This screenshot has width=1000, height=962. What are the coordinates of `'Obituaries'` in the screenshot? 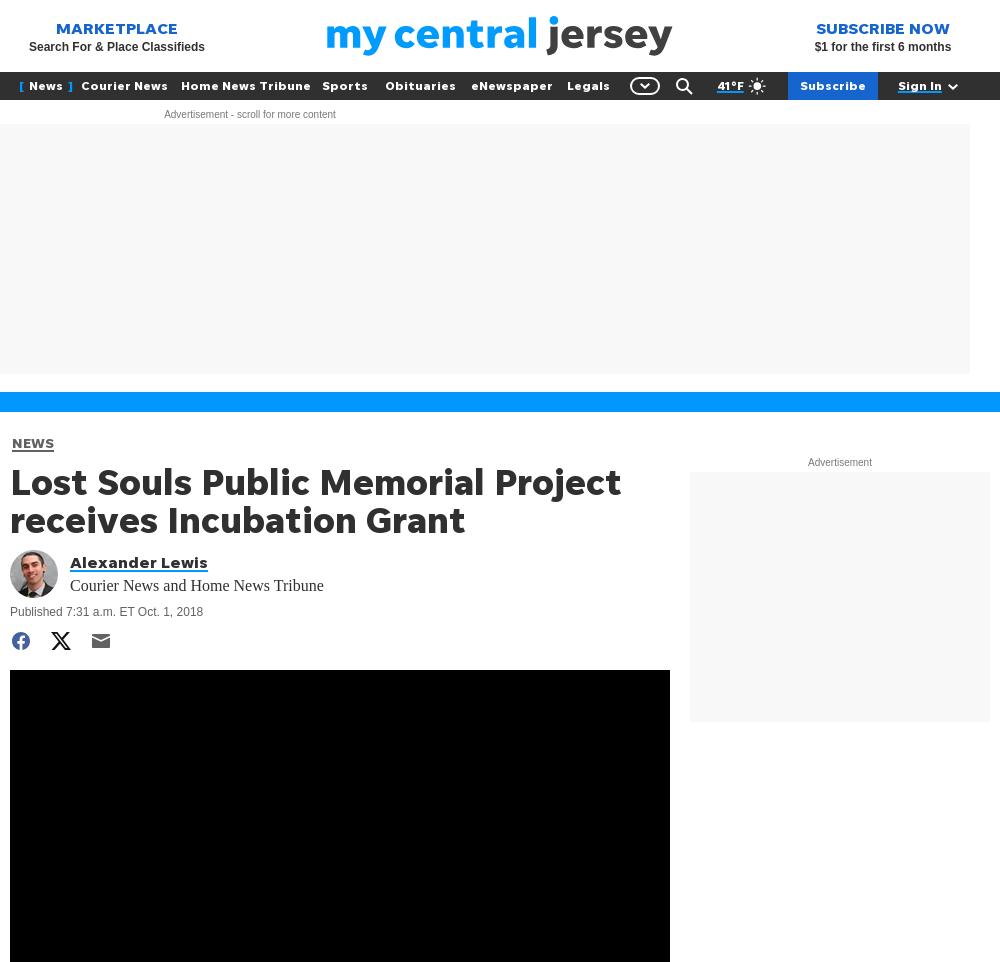 It's located at (384, 85).